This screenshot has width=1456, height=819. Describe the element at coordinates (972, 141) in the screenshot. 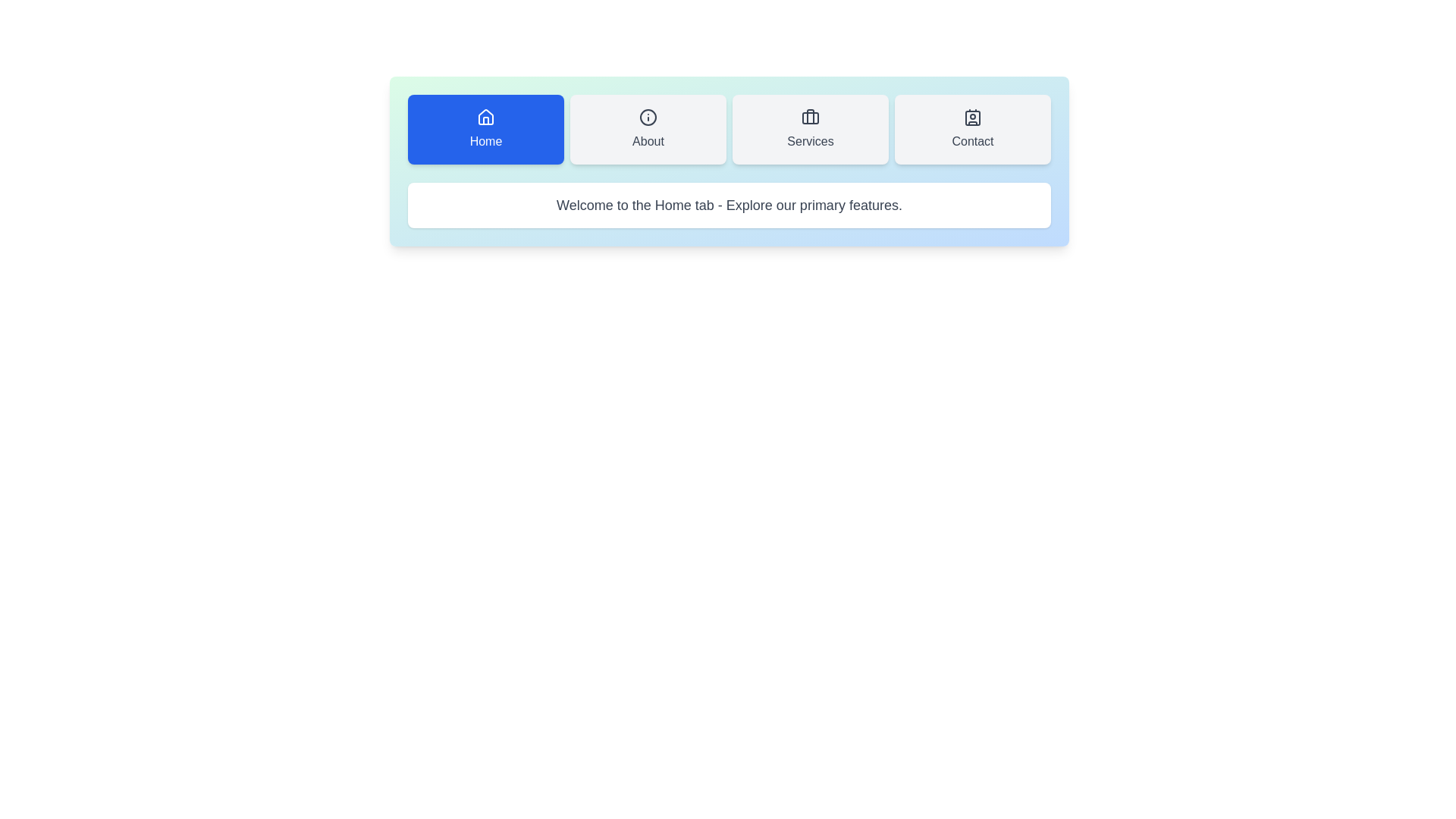

I see `the 'Contact' text label that identifies the navigational option within the card-like layout` at that location.